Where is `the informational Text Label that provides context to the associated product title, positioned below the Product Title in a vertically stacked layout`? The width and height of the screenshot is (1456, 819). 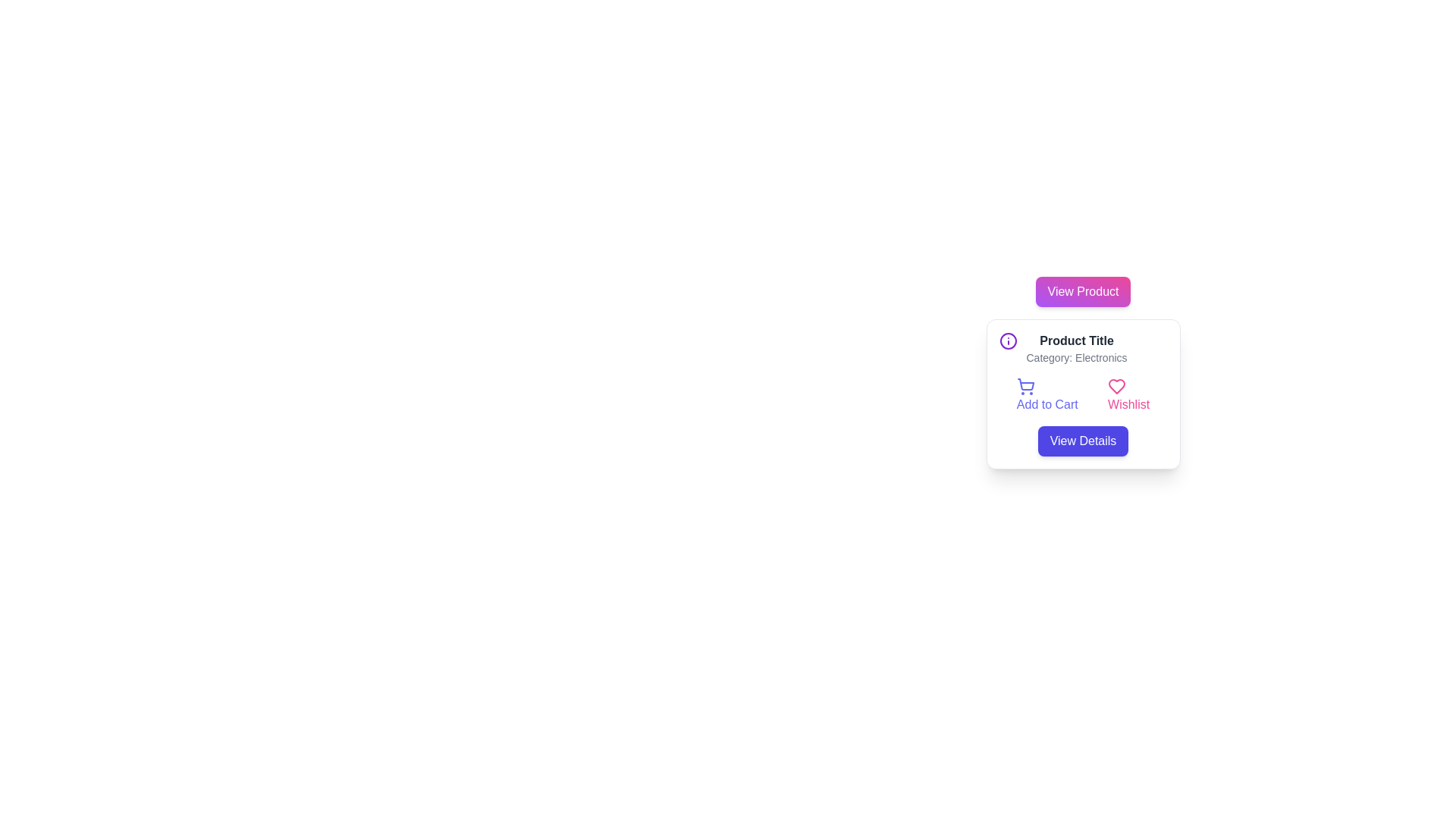
the informational Text Label that provides context to the associated product title, positioned below the Product Title in a vertically stacked layout is located at coordinates (1076, 357).